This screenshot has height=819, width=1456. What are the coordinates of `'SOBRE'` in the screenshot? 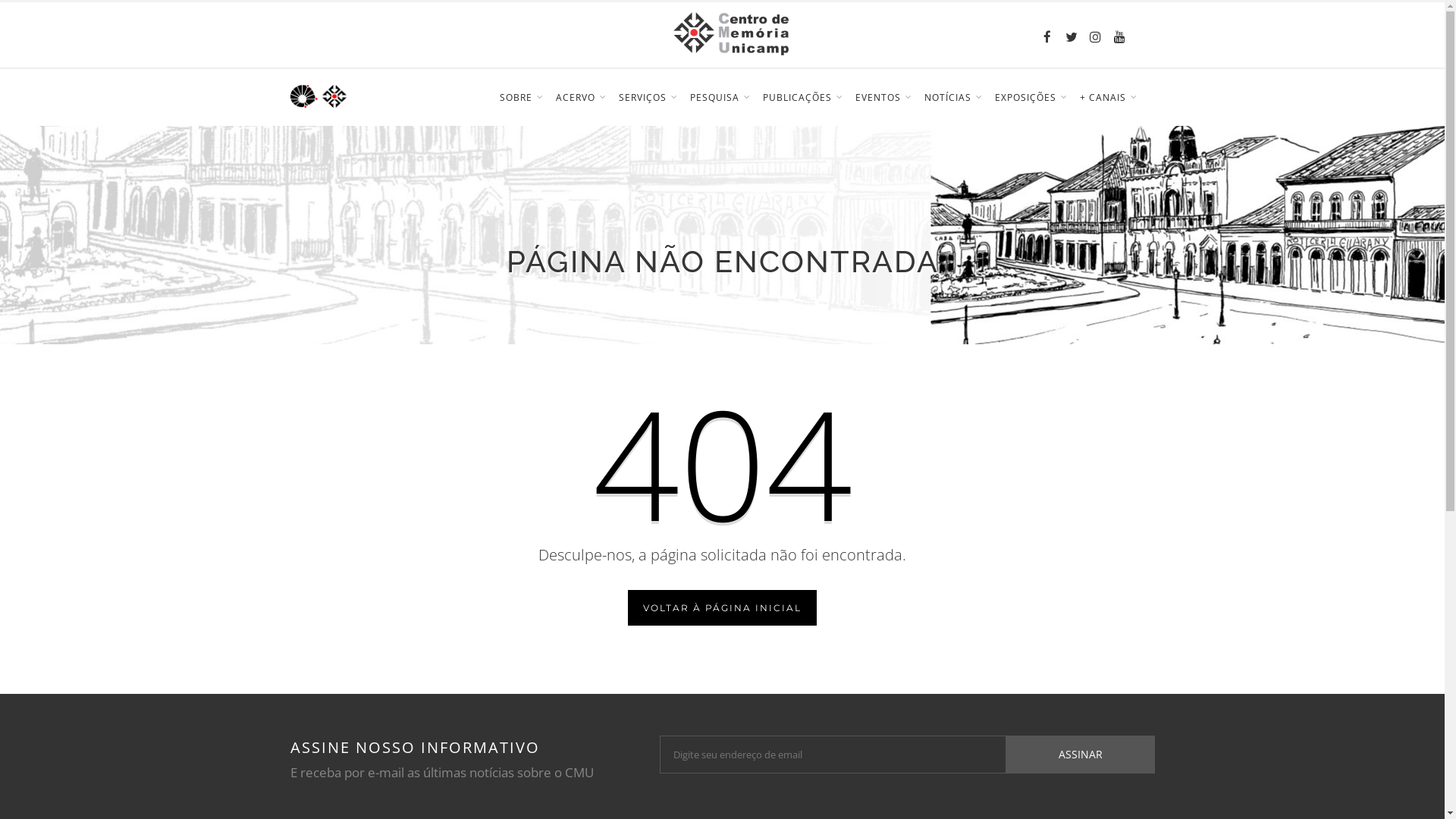 It's located at (520, 97).